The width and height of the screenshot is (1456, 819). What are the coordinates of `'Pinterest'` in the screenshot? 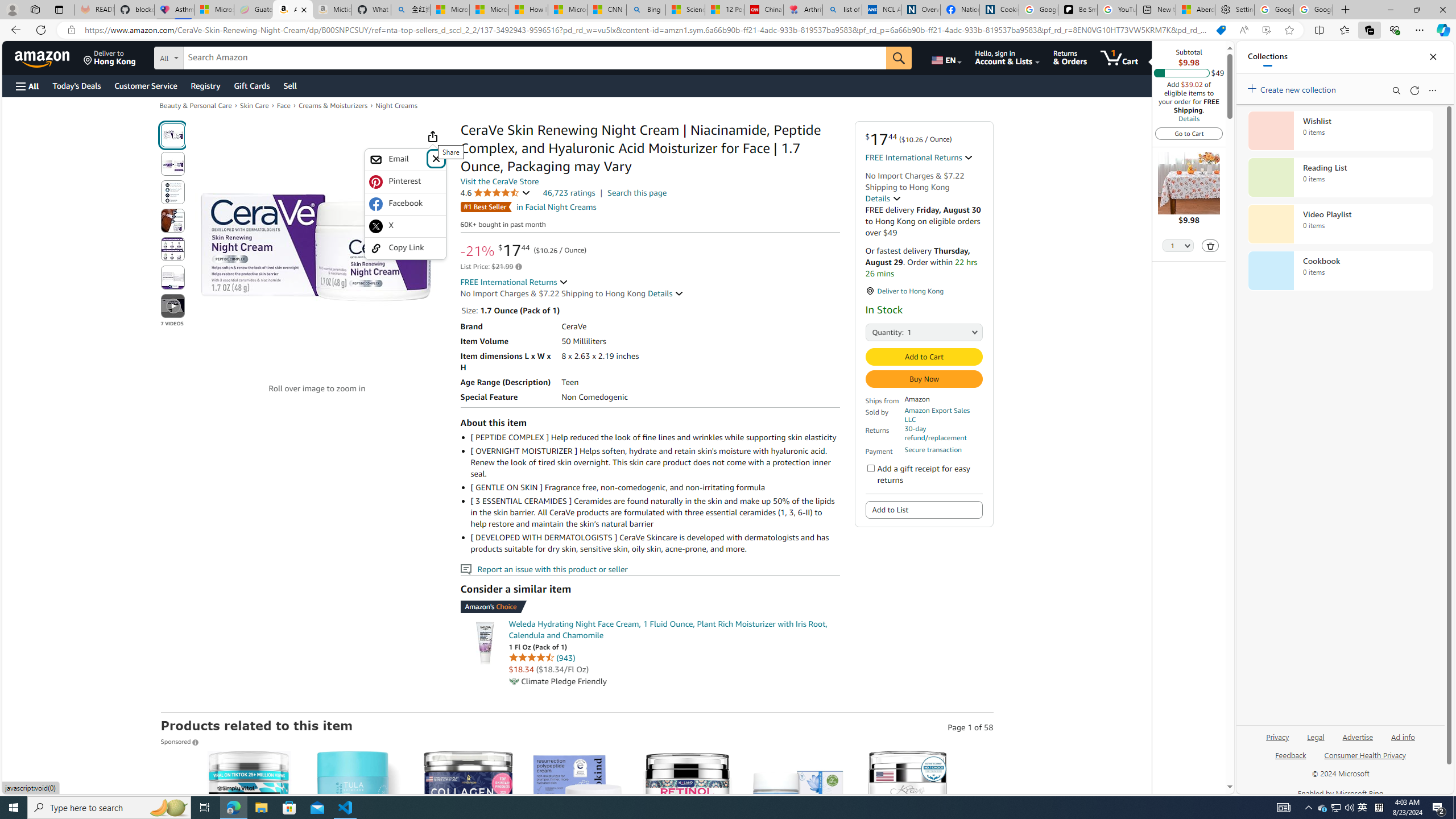 It's located at (404, 181).